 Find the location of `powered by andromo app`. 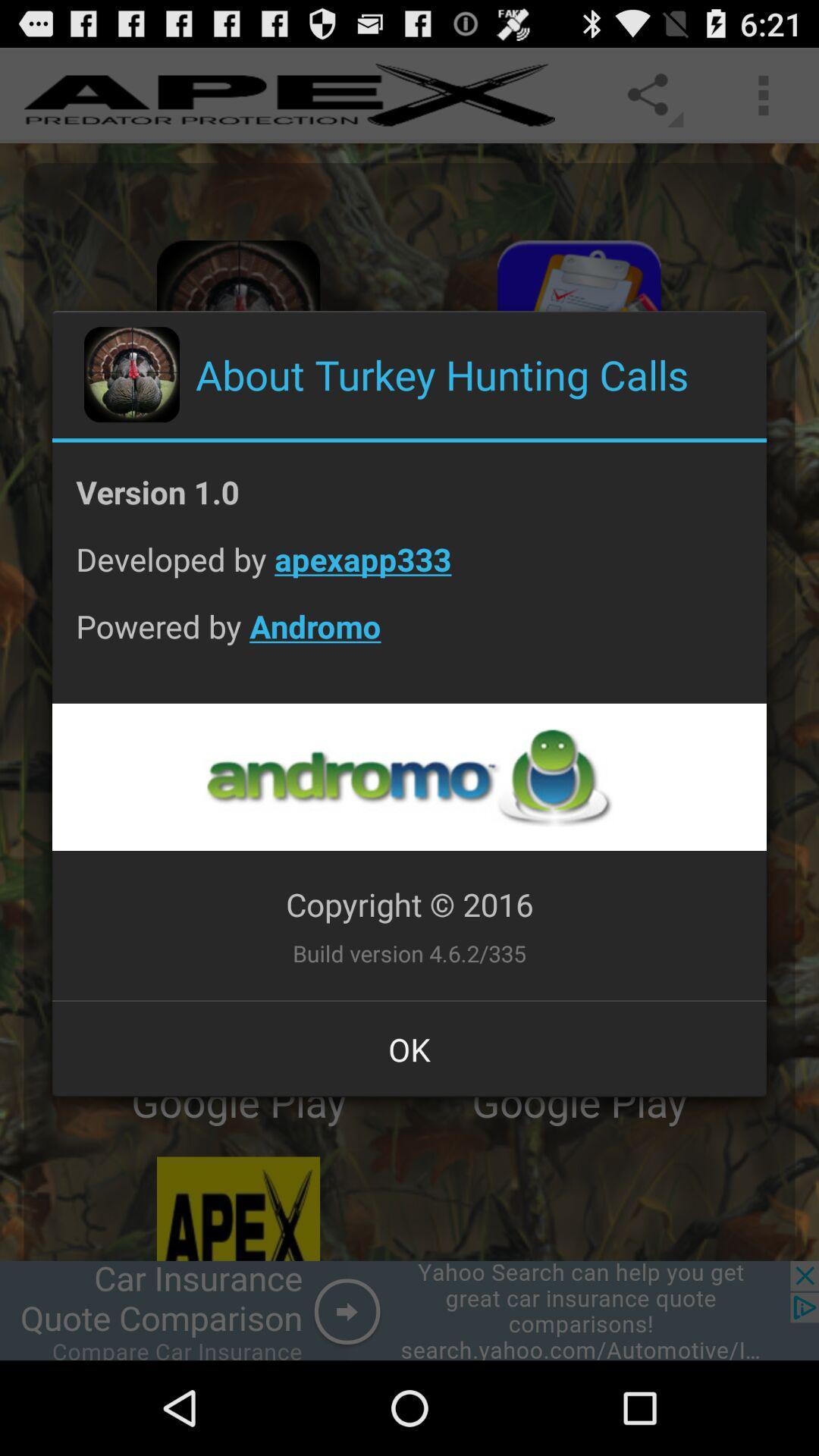

powered by andromo app is located at coordinates (409, 638).